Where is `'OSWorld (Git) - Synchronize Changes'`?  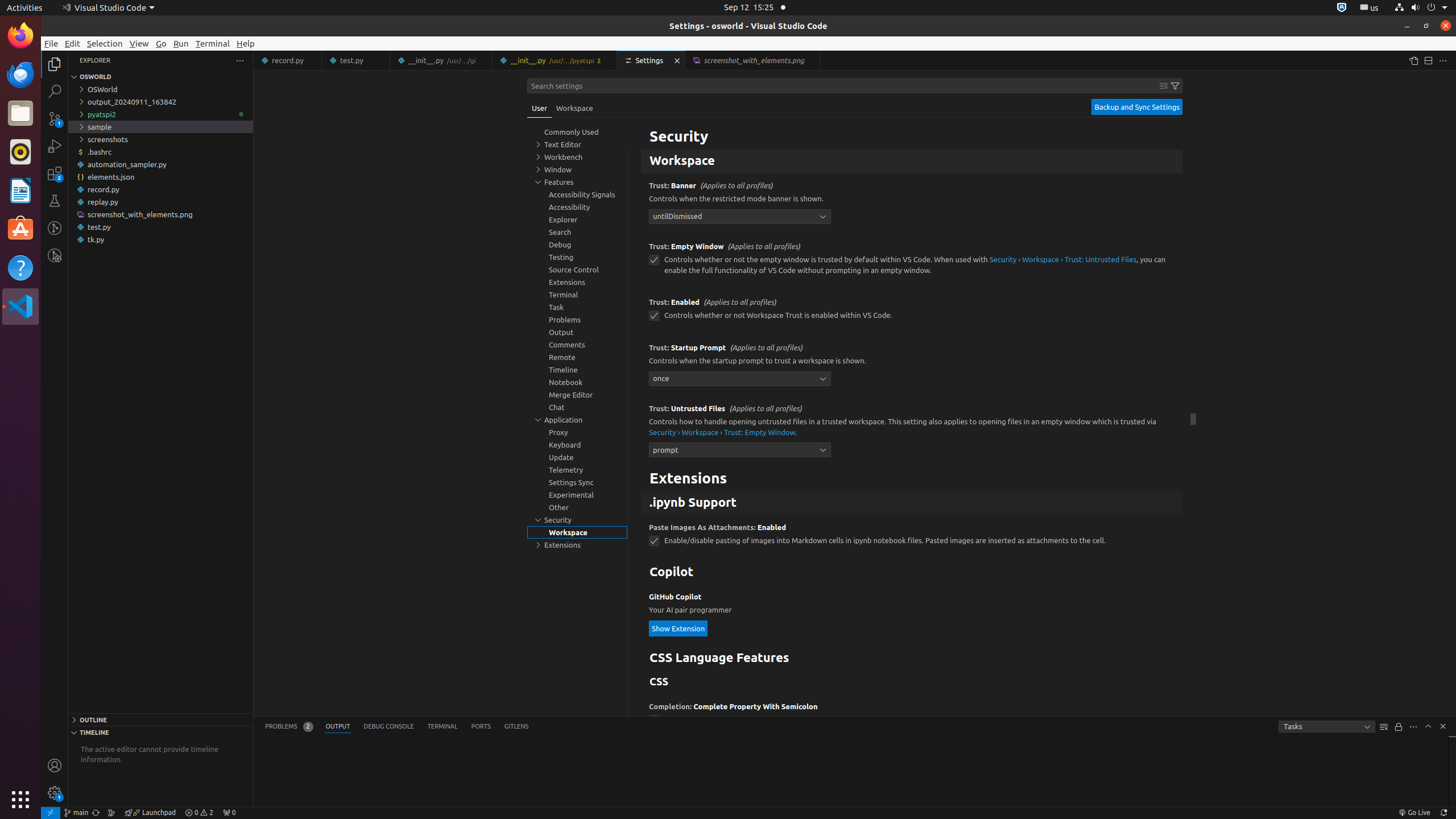
'OSWorld (Git) - Synchronize Changes' is located at coordinates (95, 812).